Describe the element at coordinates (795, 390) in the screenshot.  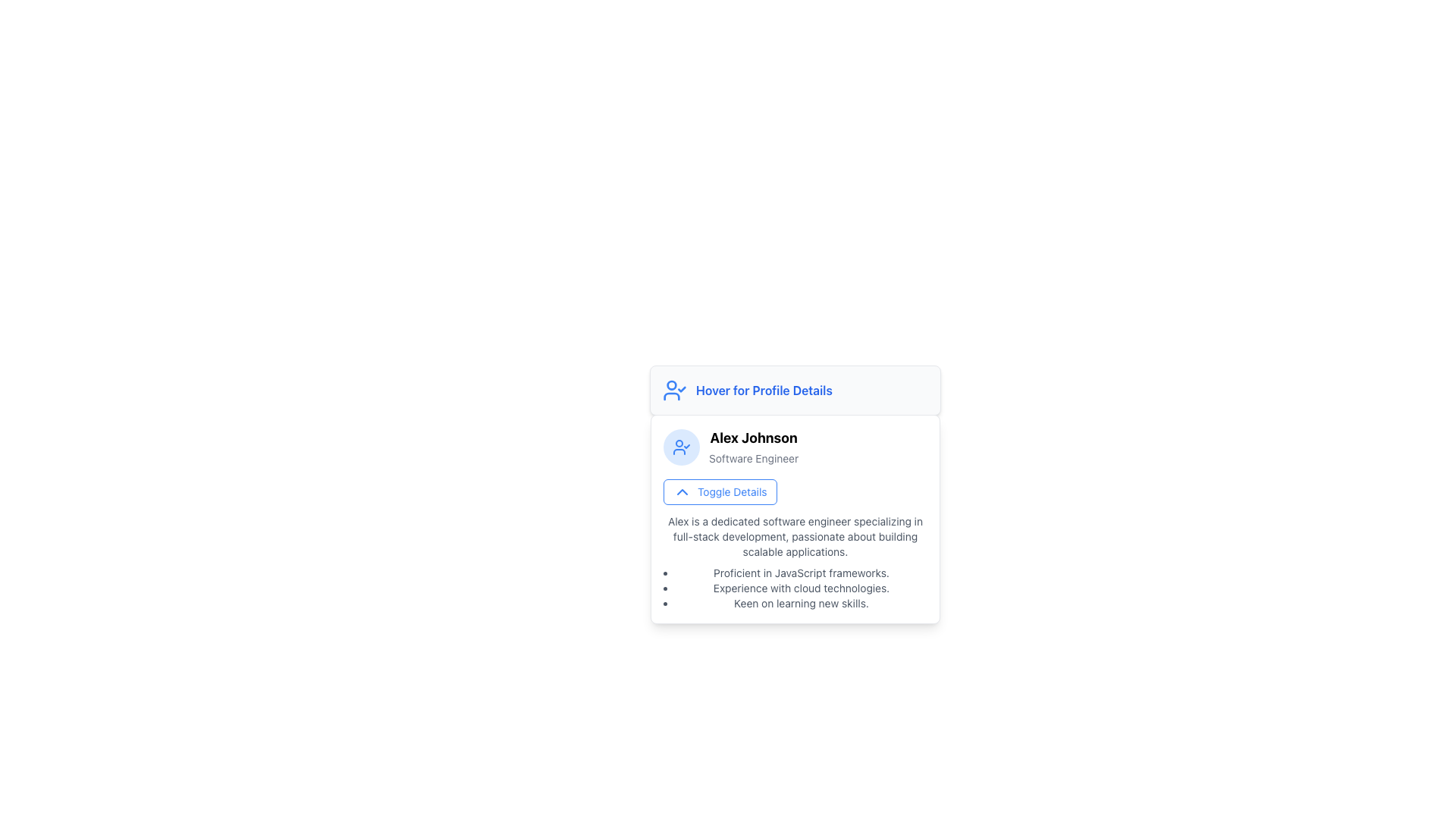
I see `the Static Text Label with Icon that displays 'Hover for Profile Details' and includes a user profile icon with a checkmark, located above the 'Alex Johnson' profile section` at that location.